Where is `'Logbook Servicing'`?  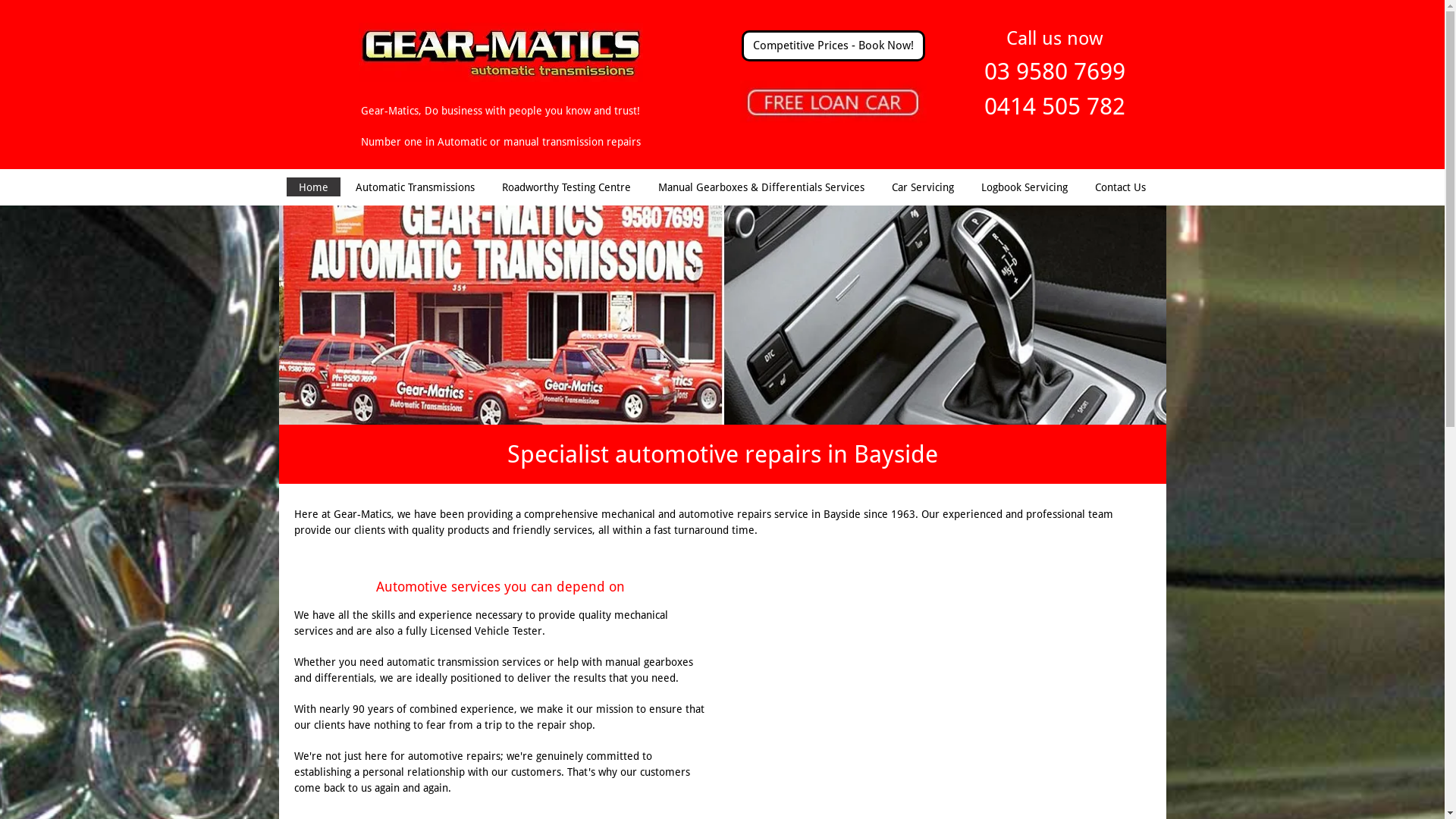
'Logbook Servicing' is located at coordinates (1024, 186).